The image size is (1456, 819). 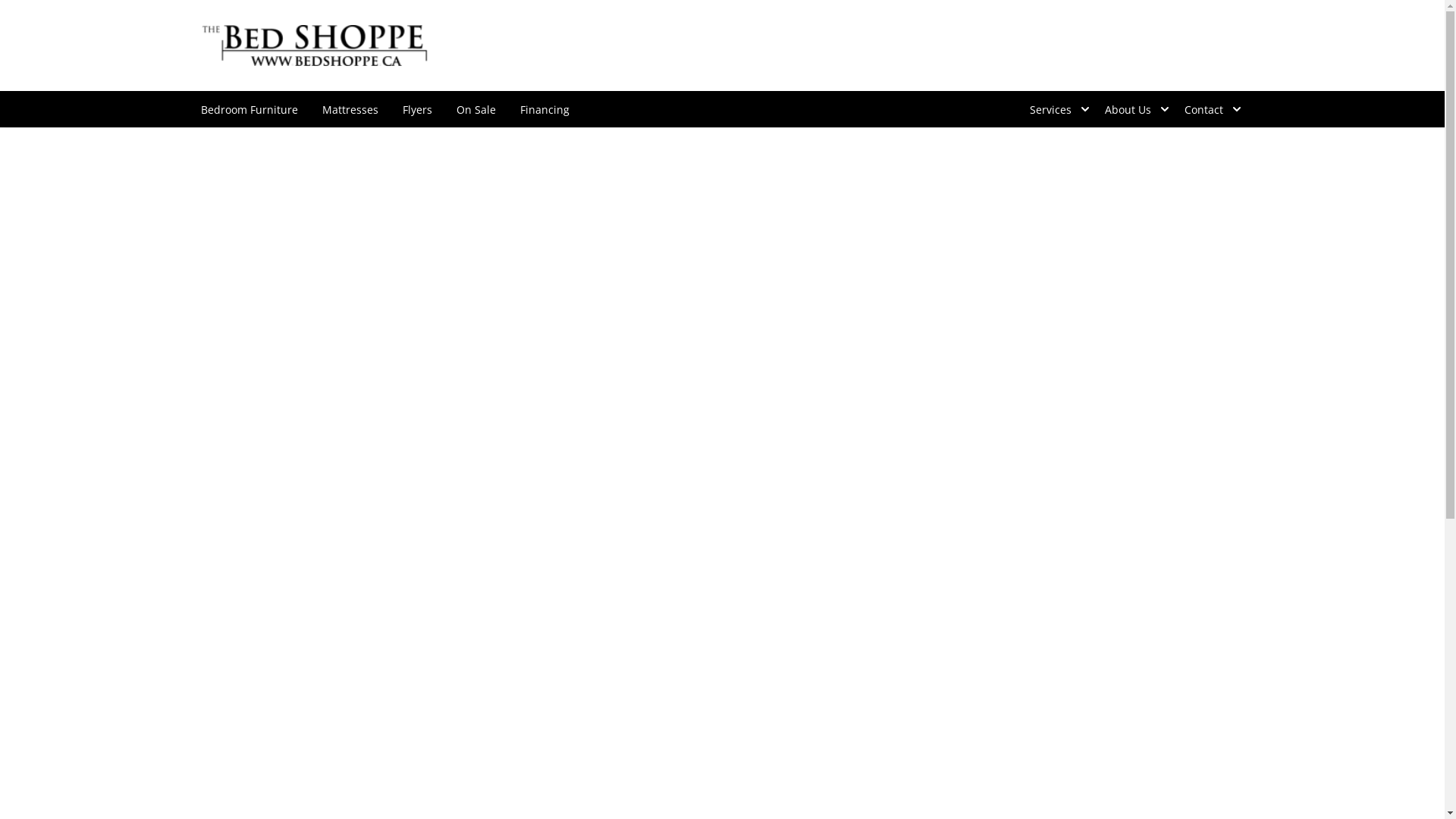 I want to click on 'On Sale', so click(x=475, y=108).